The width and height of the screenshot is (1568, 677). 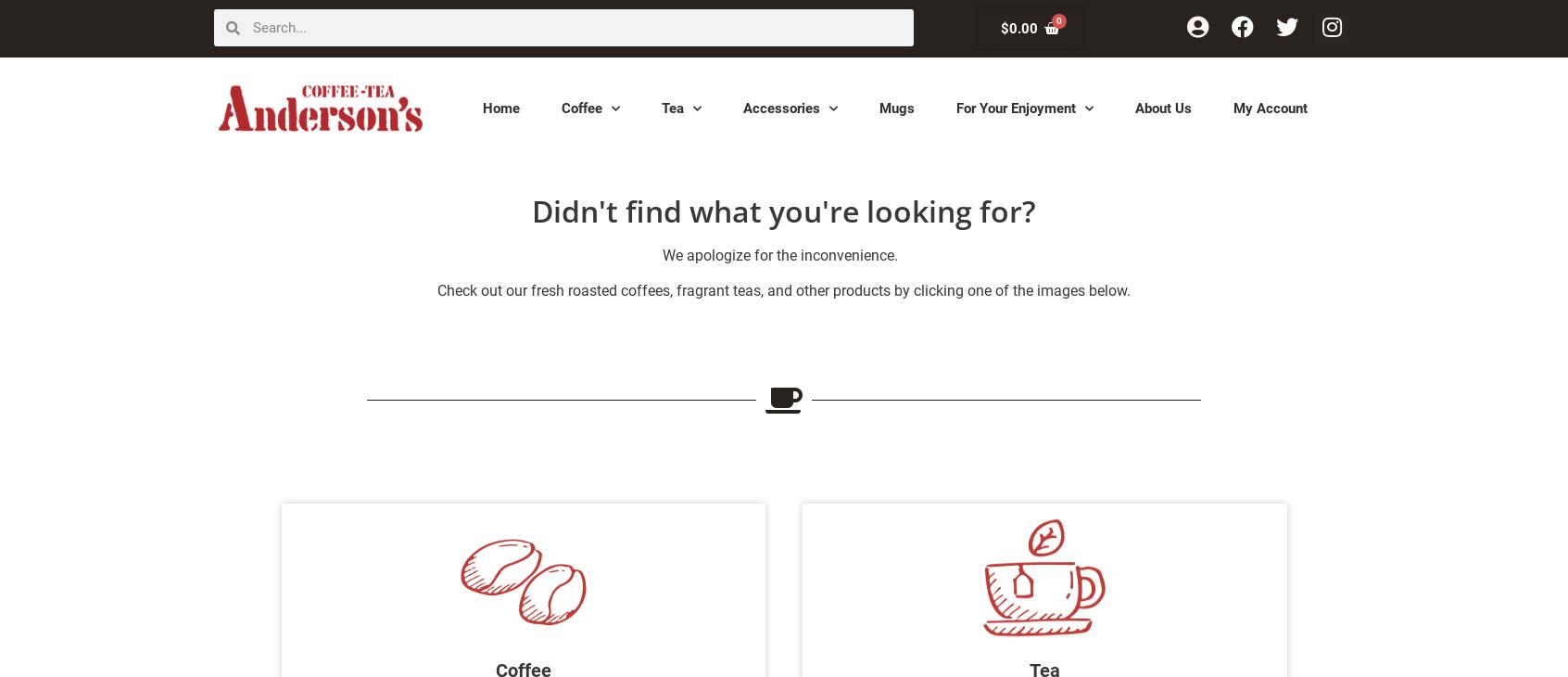 What do you see at coordinates (672, 106) in the screenshot?
I see `'Tea'` at bounding box center [672, 106].